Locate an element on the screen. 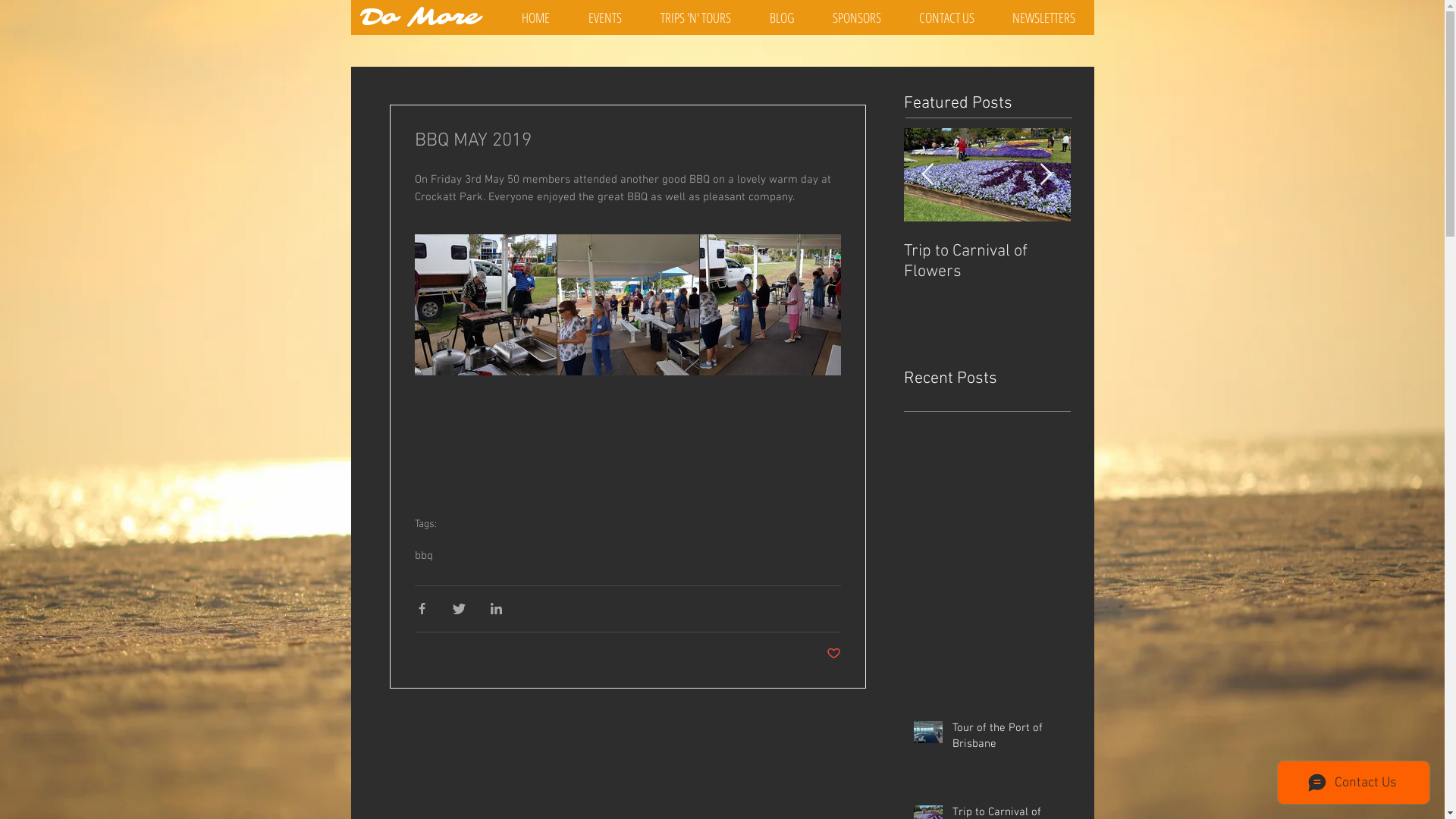 The image size is (1456, 819). 'Tour of the Port of Brisbane' is located at coordinates (987, 260).